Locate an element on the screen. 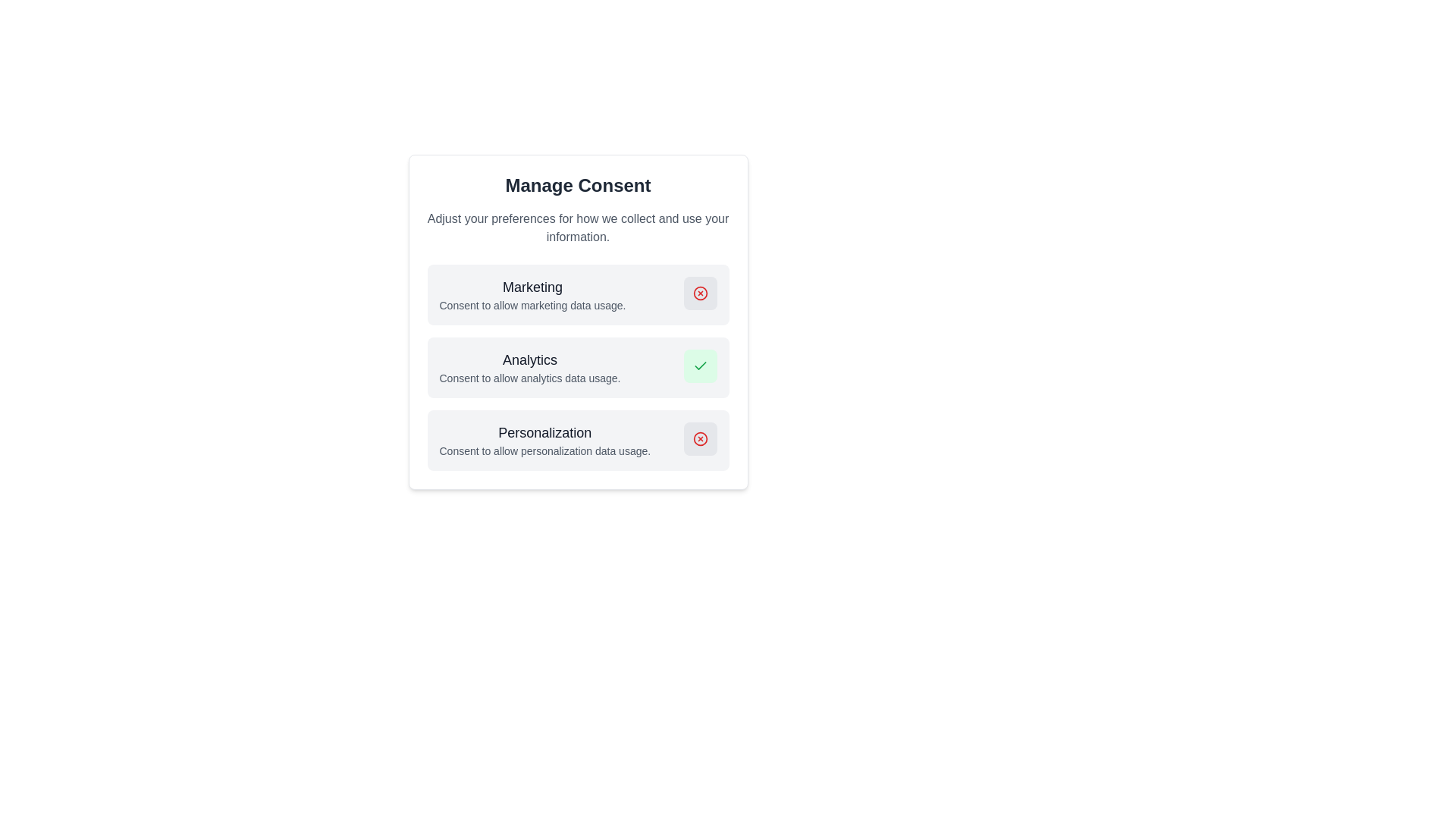  the rightmost dismiss or deselect button, which is part of a rounded rectangle with a gray background, aligning with the associated text is located at coordinates (699, 438).